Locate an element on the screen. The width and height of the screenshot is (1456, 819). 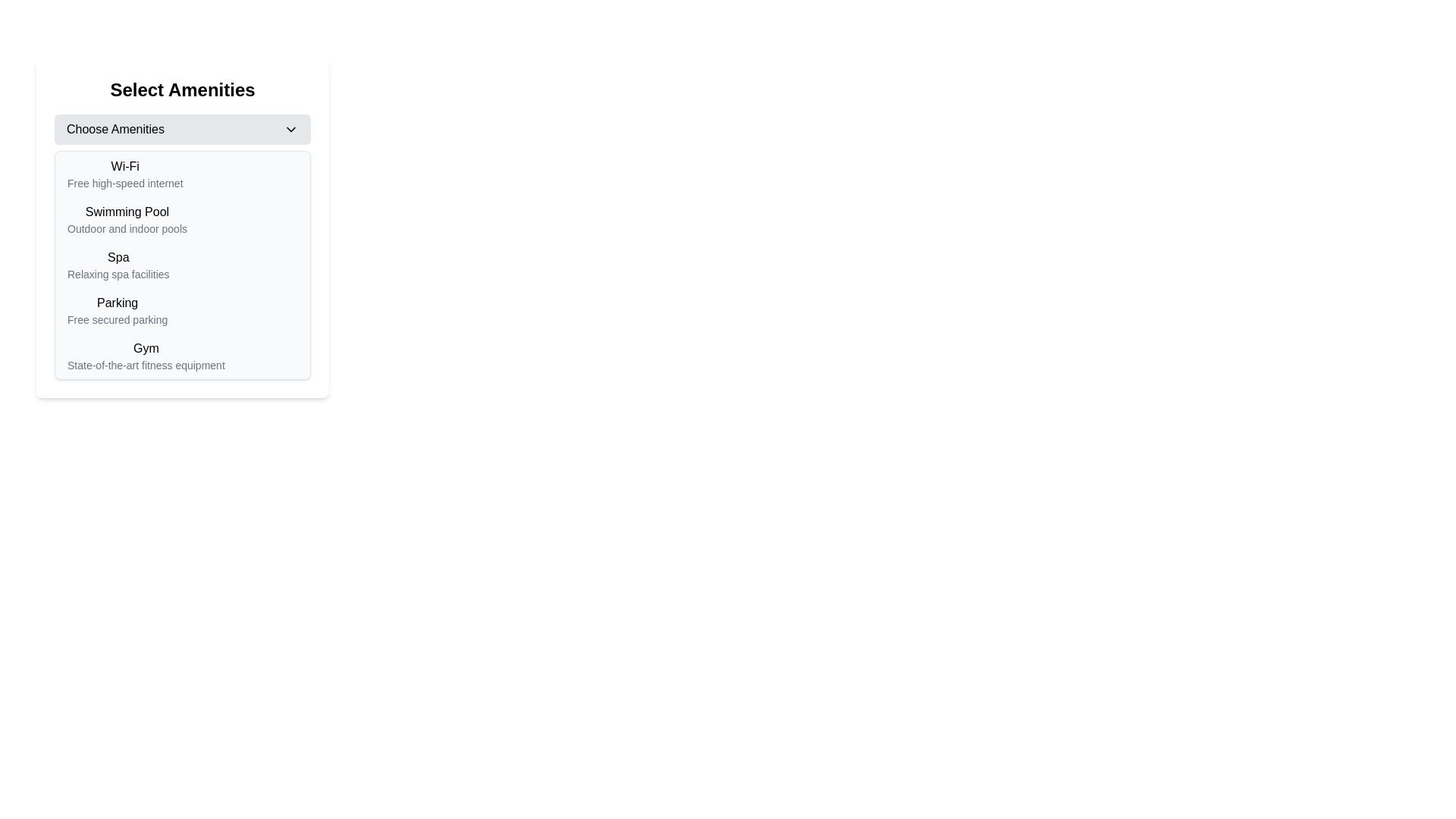
the text display block that provides information about parking amenities, which specifies that free secured parking is available is located at coordinates (117, 309).